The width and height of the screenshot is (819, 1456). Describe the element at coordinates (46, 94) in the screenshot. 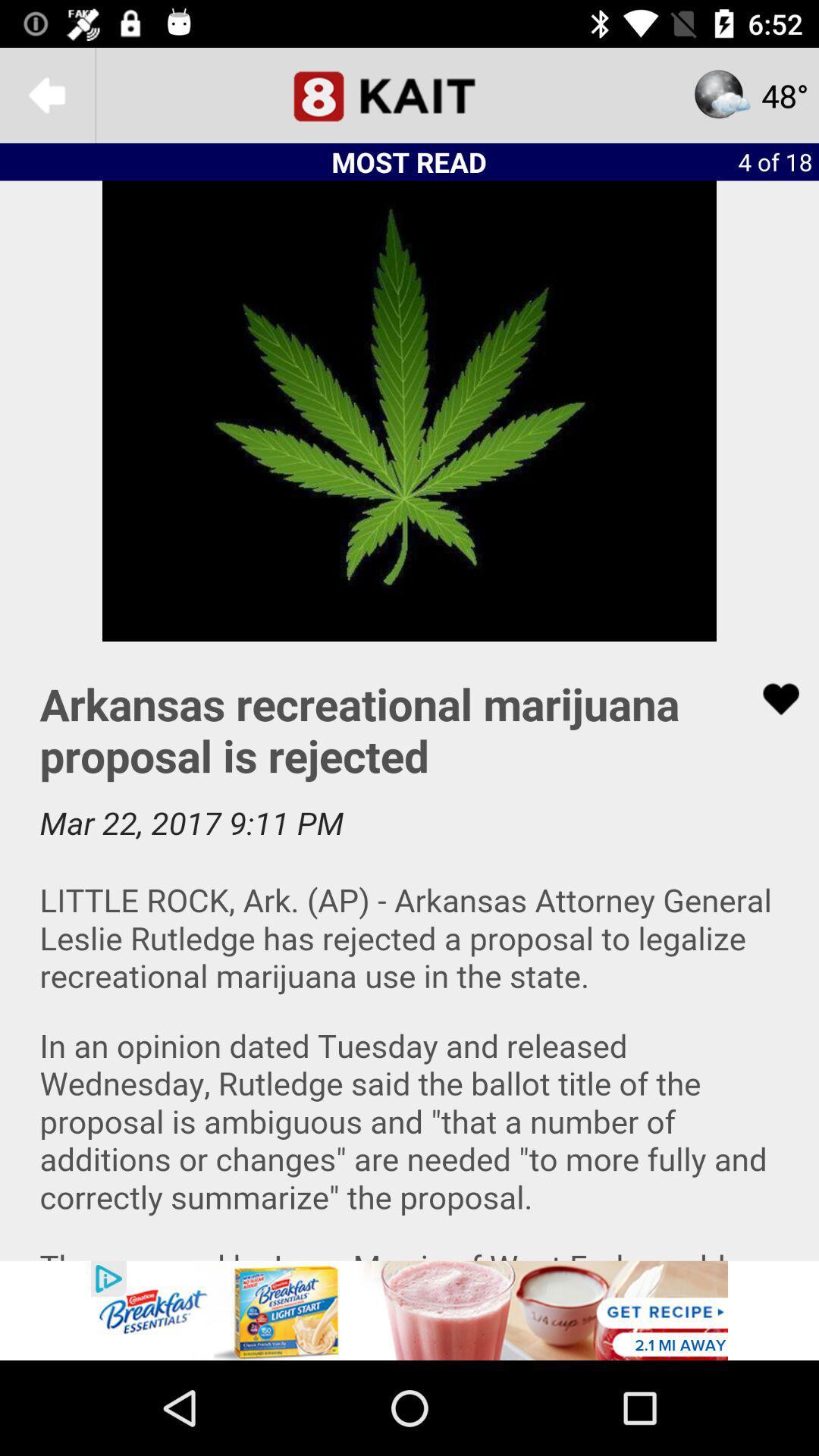

I see `the arrow_backward icon` at that location.